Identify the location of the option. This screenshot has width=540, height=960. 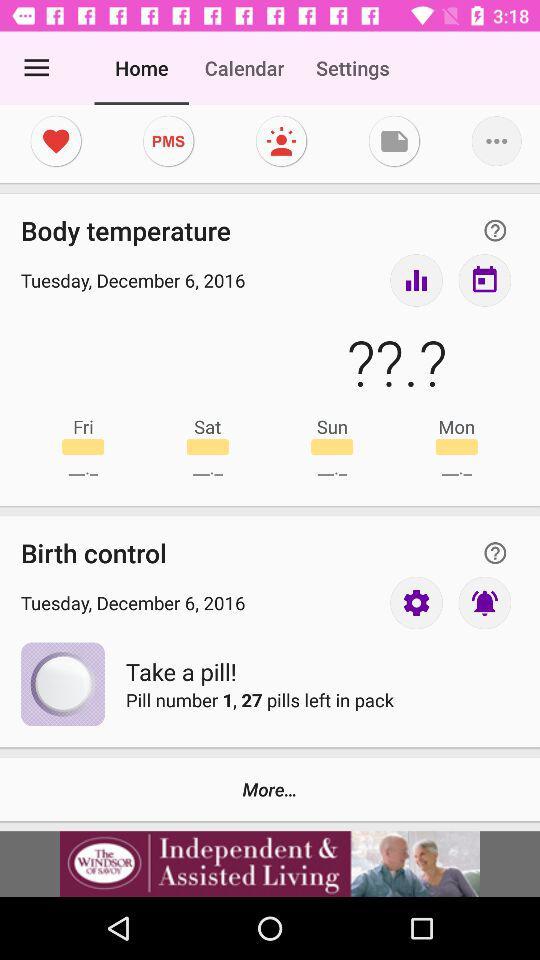
(270, 863).